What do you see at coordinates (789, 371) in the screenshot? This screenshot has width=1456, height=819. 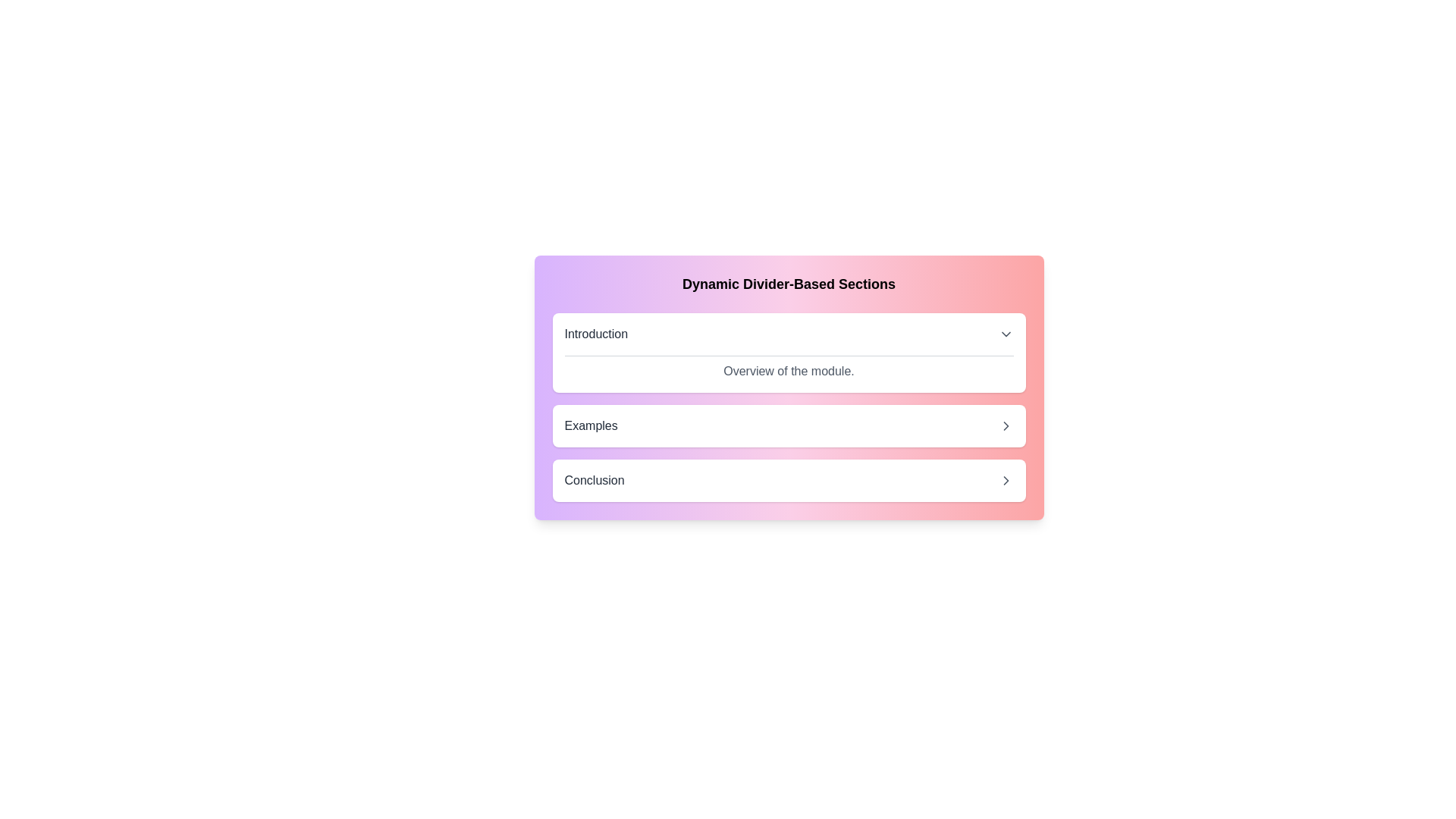 I see `the text label that reads 'Overview of the module.' which is styled in gray and positioned below a dividing line in the card-like section` at bounding box center [789, 371].